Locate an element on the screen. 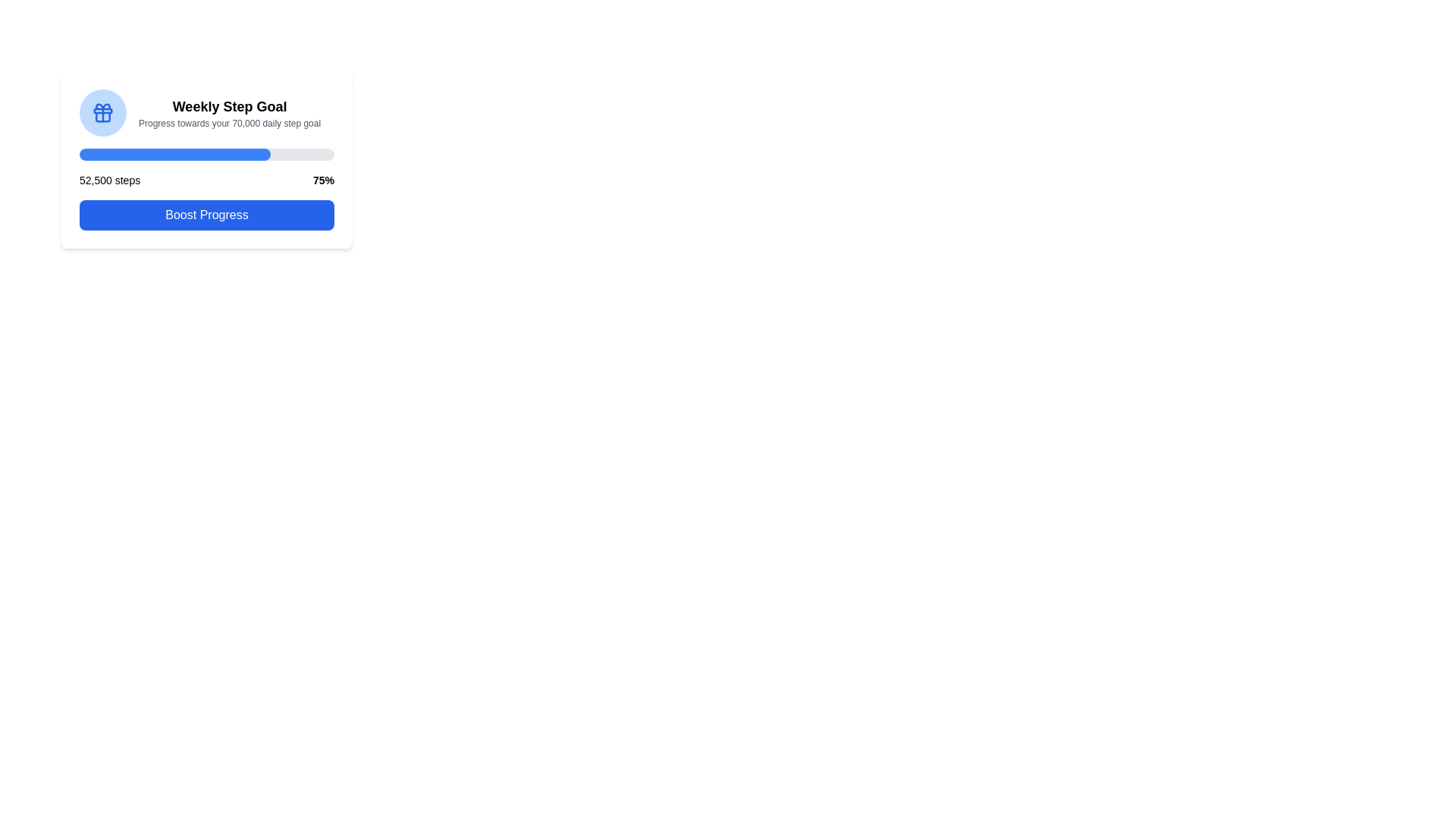  the interactive button at the bottom of the progress display component to boost progress towards the weekly step goal is located at coordinates (206, 160).